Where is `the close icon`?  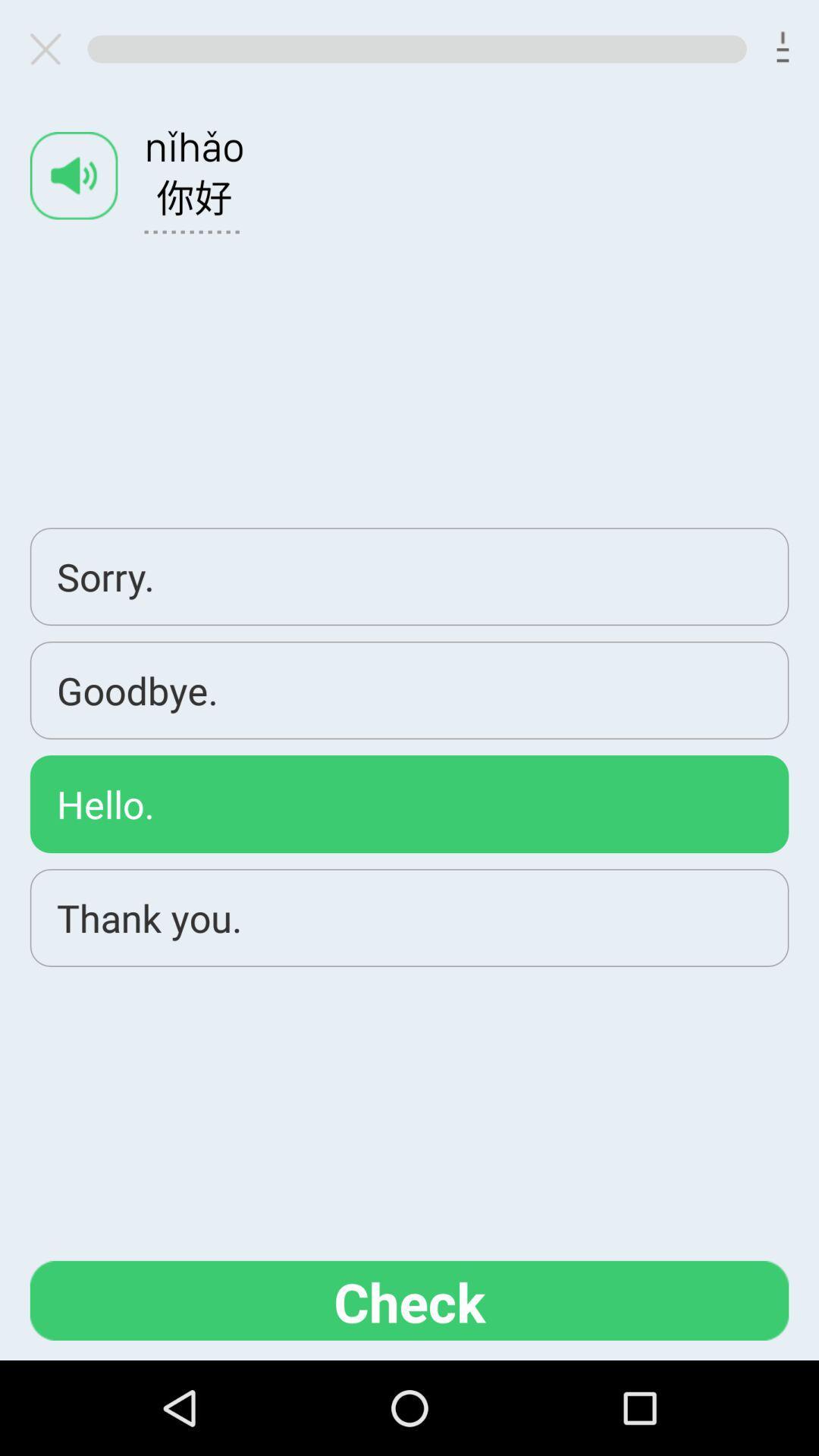
the close icon is located at coordinates (51, 52).